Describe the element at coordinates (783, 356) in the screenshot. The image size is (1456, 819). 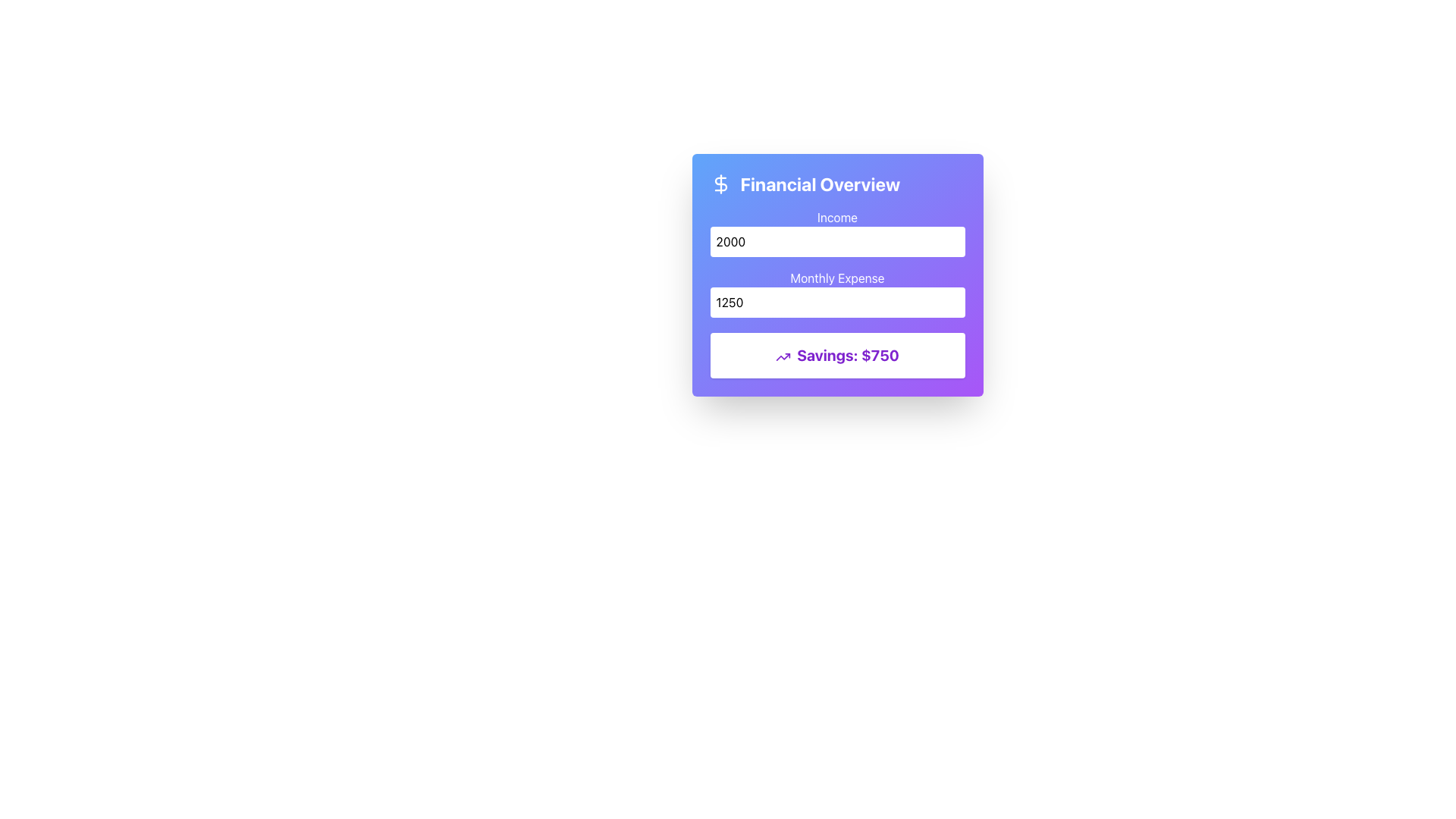
I see `the jagged arrow vector graphic icon indicating upward trend located in the financial overview card near the top-left corner` at that location.